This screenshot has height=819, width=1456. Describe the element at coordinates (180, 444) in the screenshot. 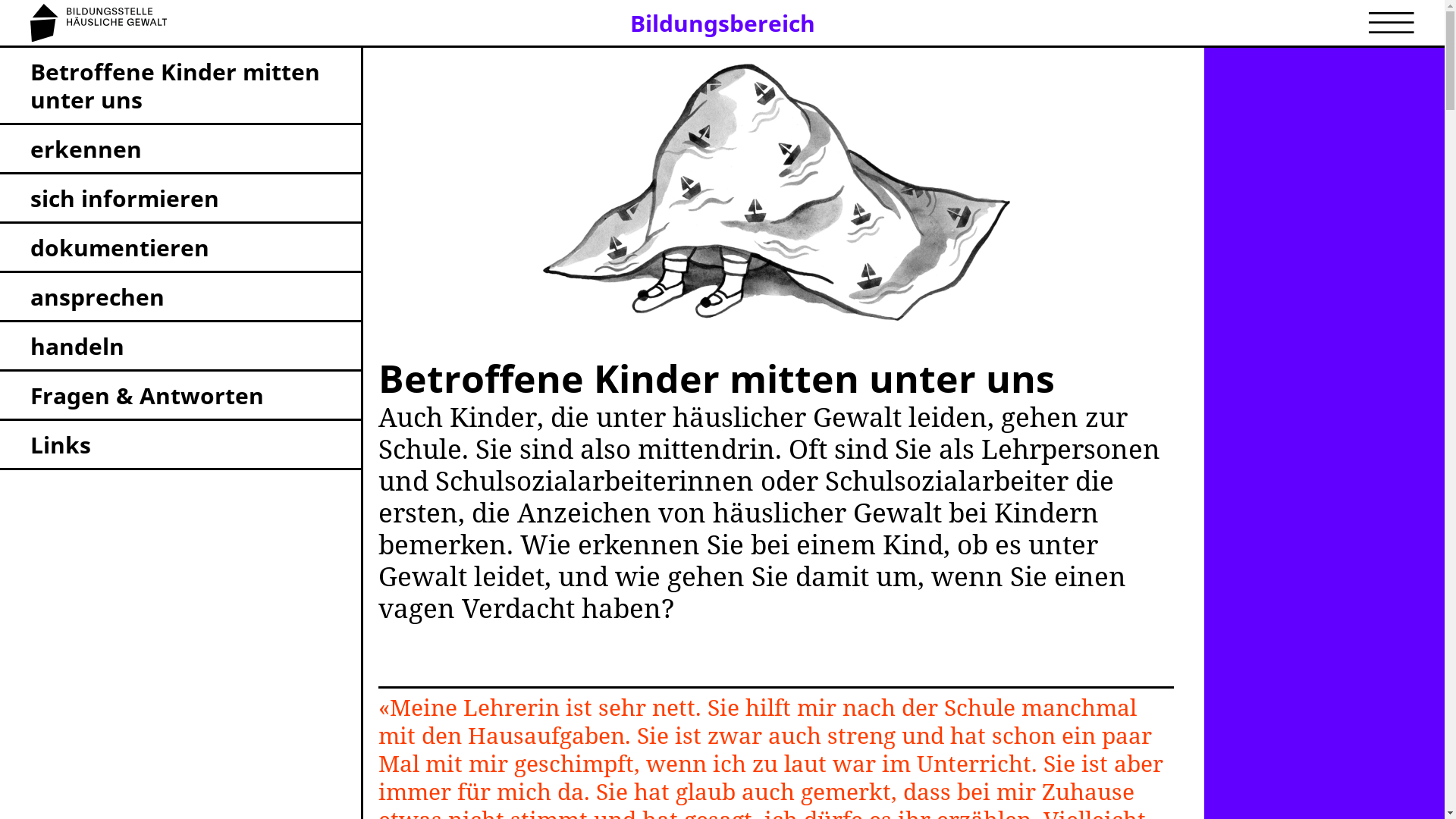

I see `'Links'` at that location.